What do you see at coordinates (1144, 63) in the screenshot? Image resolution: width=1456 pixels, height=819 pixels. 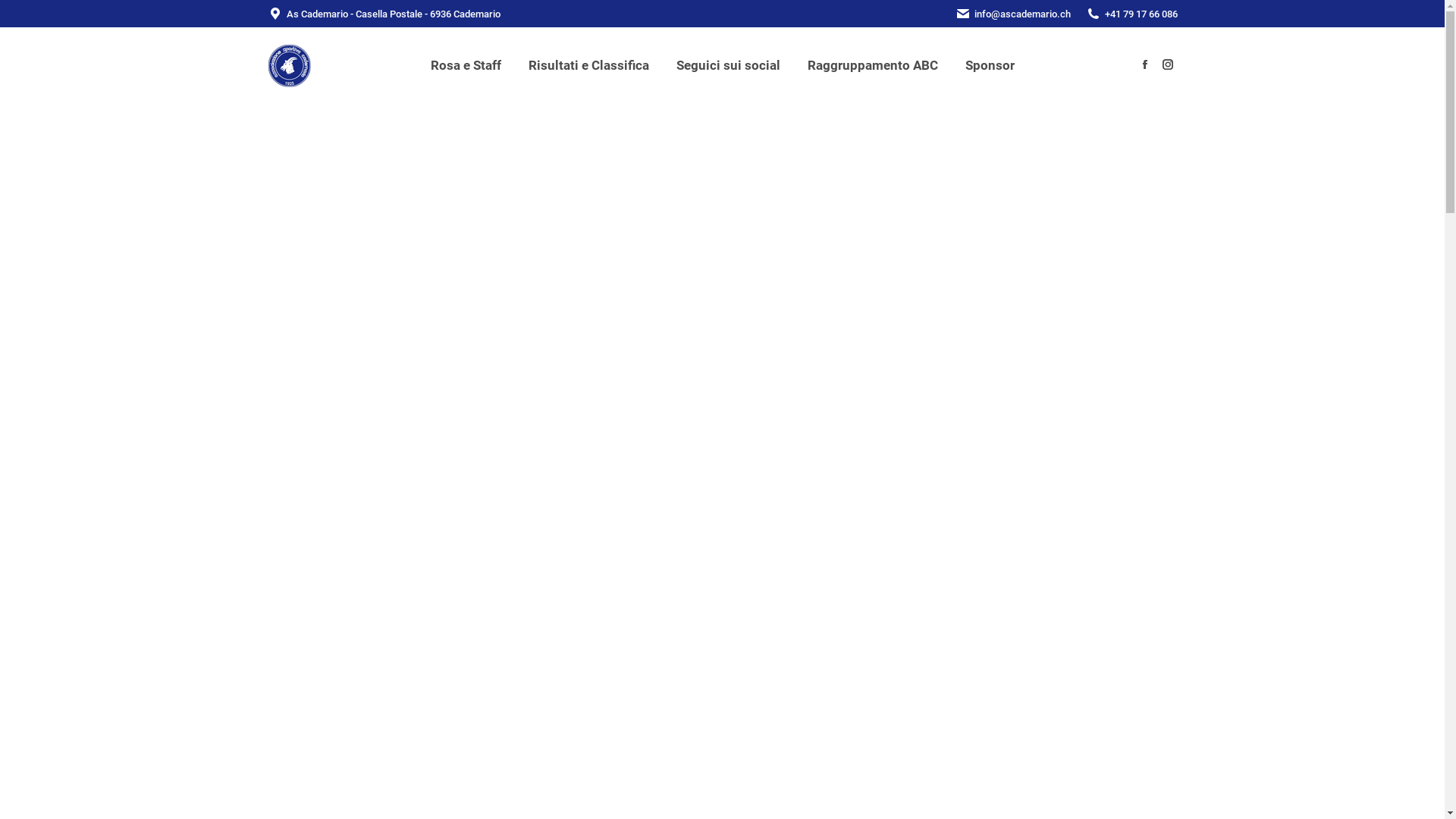 I see `'Facebook page opens in new window'` at bounding box center [1144, 63].